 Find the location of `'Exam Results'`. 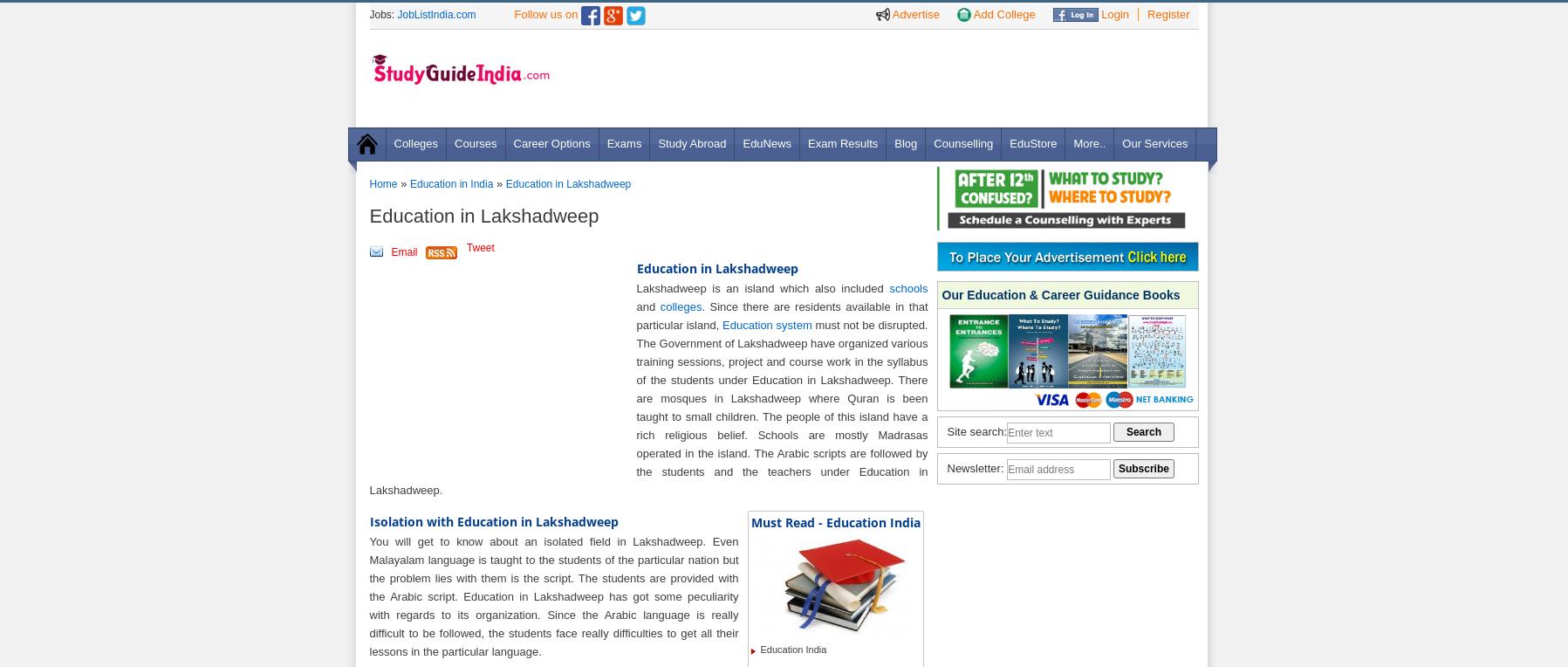

'Exam Results' is located at coordinates (843, 143).